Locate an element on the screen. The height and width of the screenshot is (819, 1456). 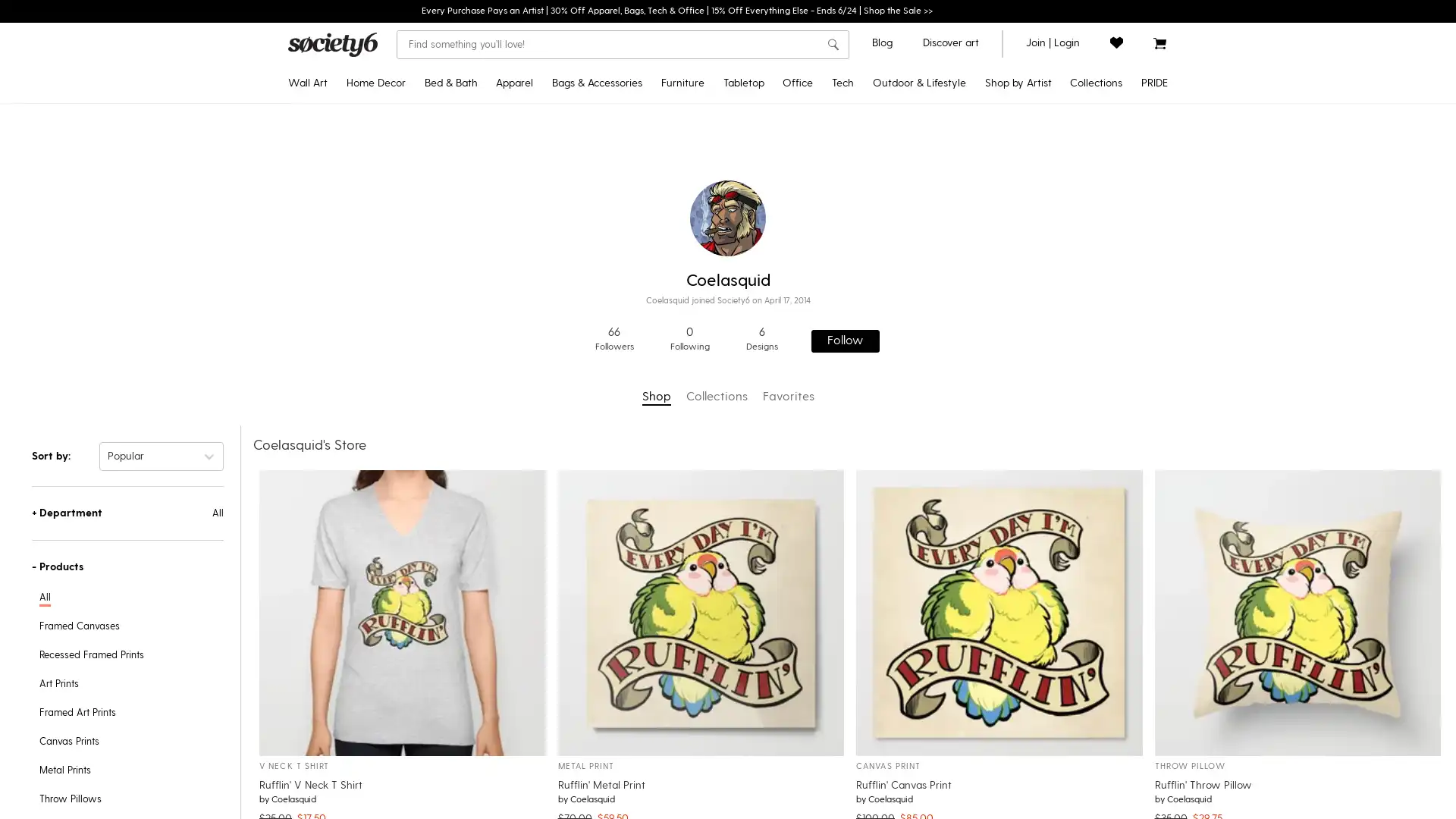
Folding Stools is located at coordinates (939, 415).